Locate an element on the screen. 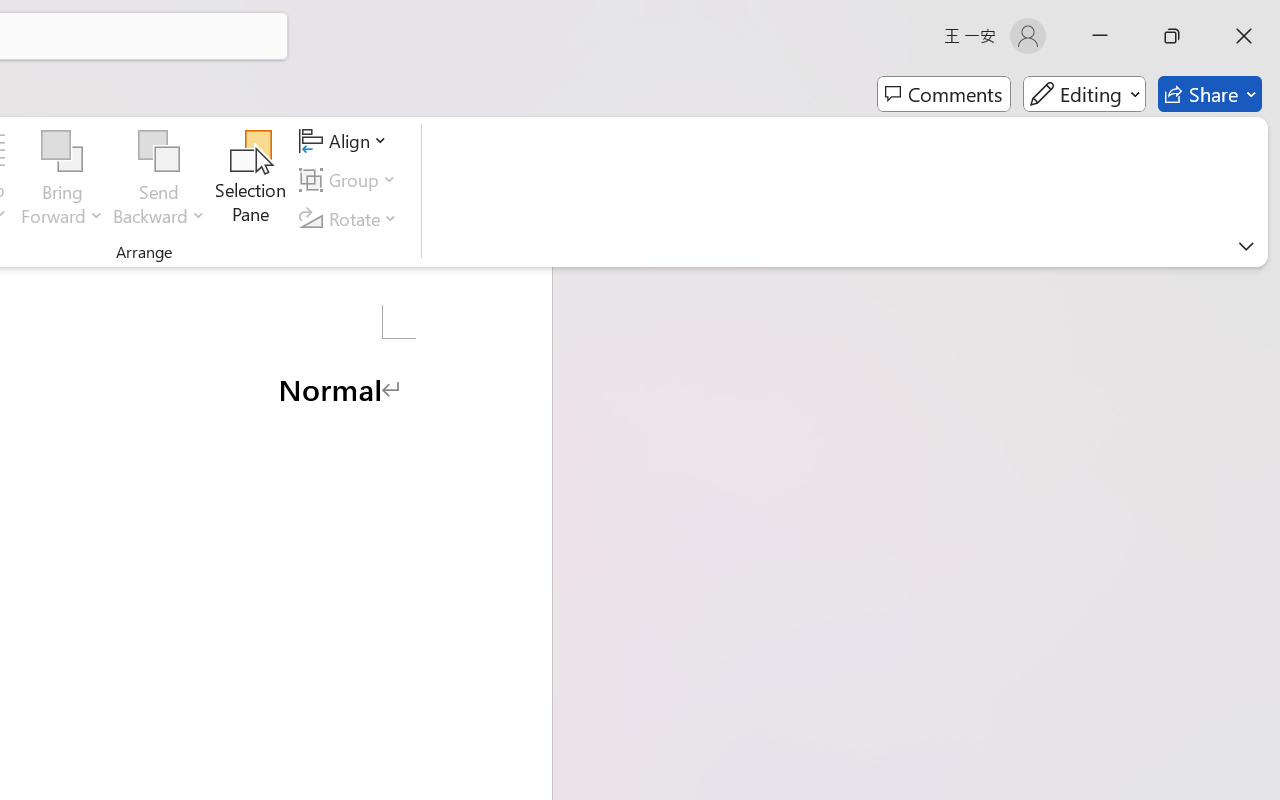  'Send Backward' is located at coordinates (158, 151).